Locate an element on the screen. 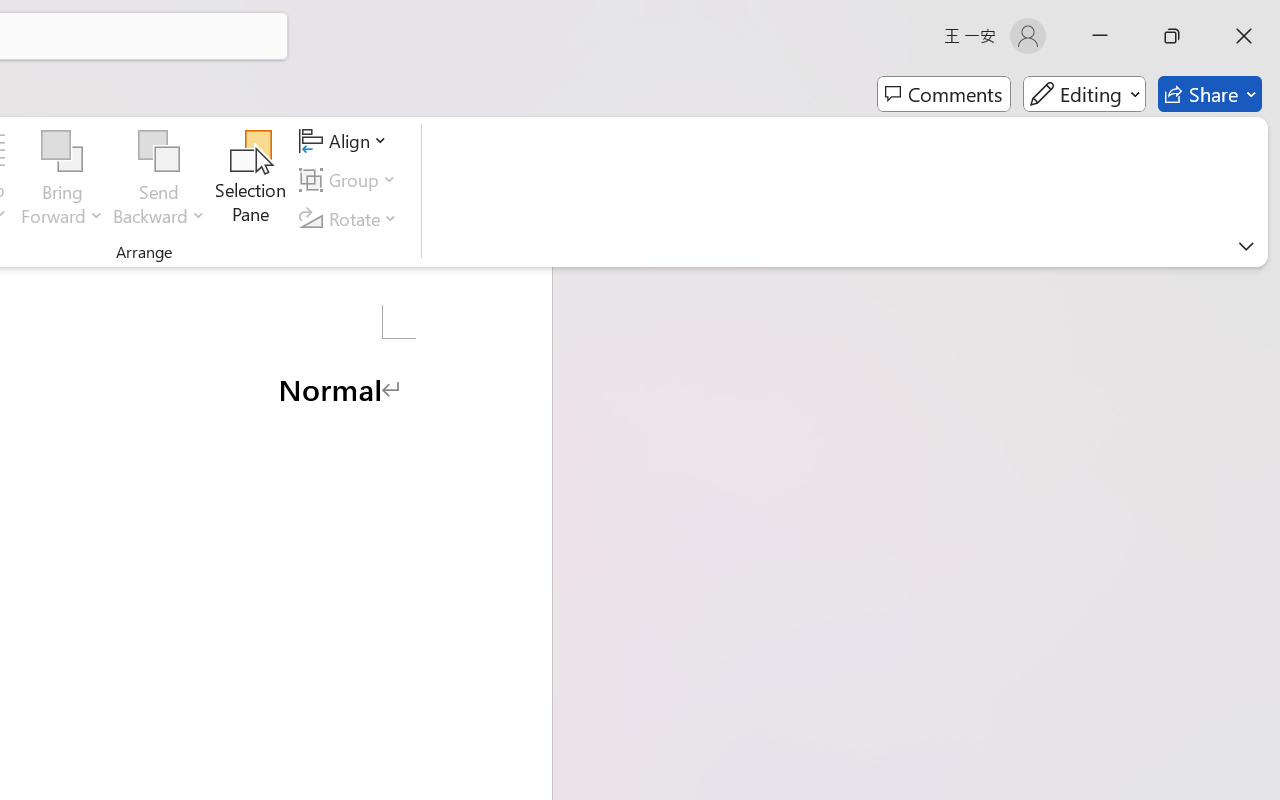  'Send Backward' is located at coordinates (158, 151).